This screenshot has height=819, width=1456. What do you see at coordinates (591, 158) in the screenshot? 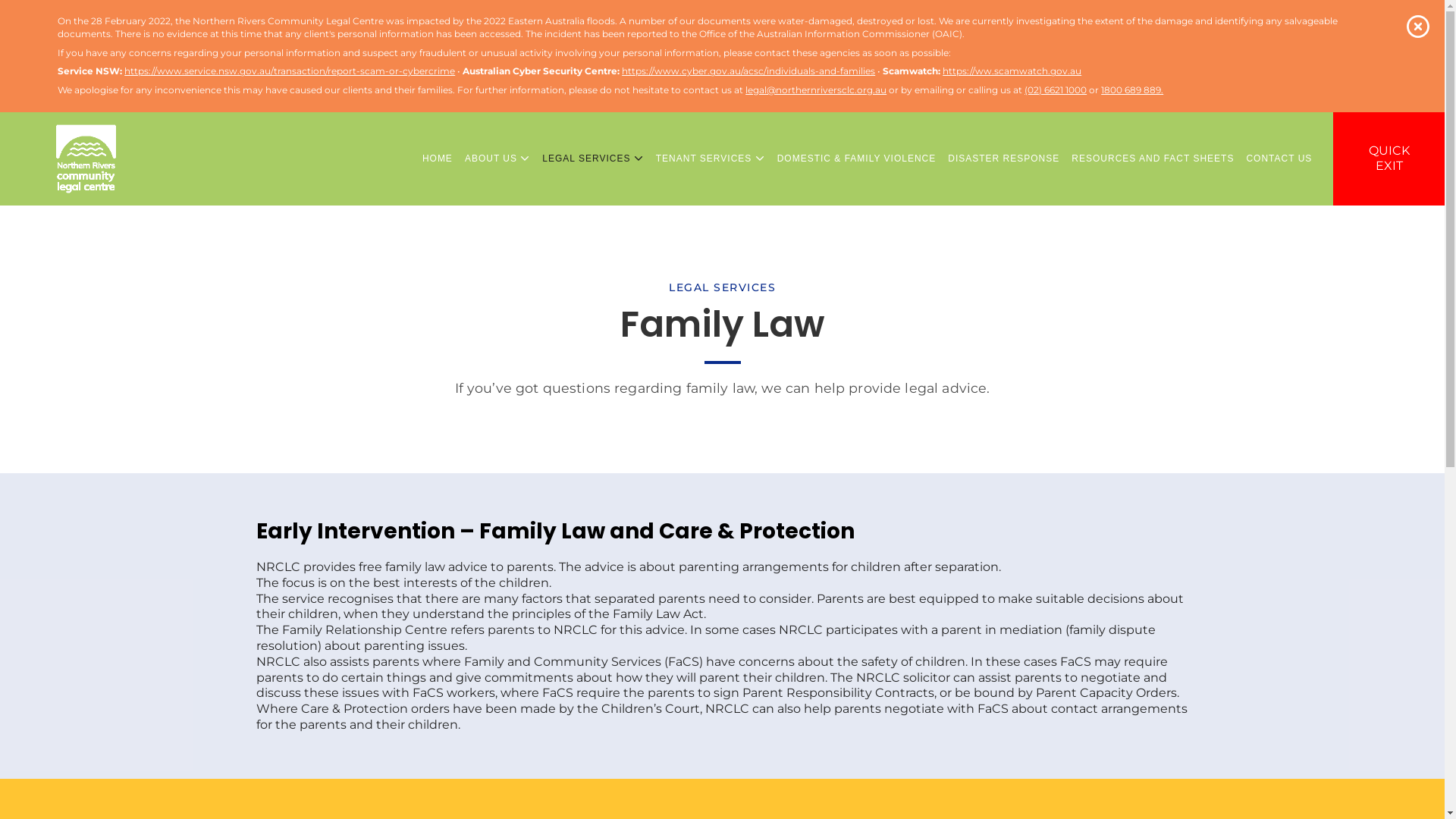
I see `'LEGAL SERVICES'` at bounding box center [591, 158].